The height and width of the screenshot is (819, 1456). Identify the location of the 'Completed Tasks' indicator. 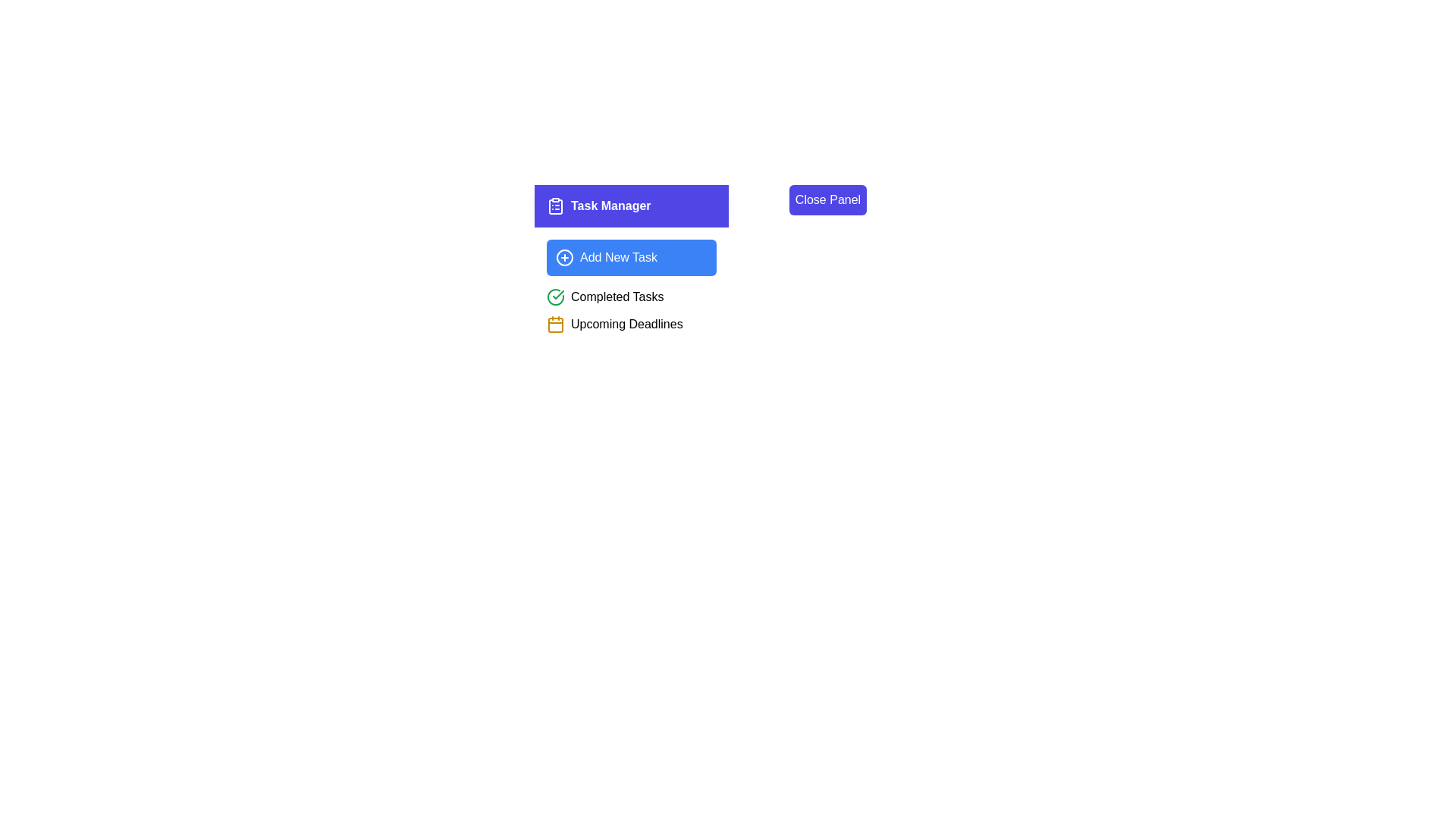
(632, 297).